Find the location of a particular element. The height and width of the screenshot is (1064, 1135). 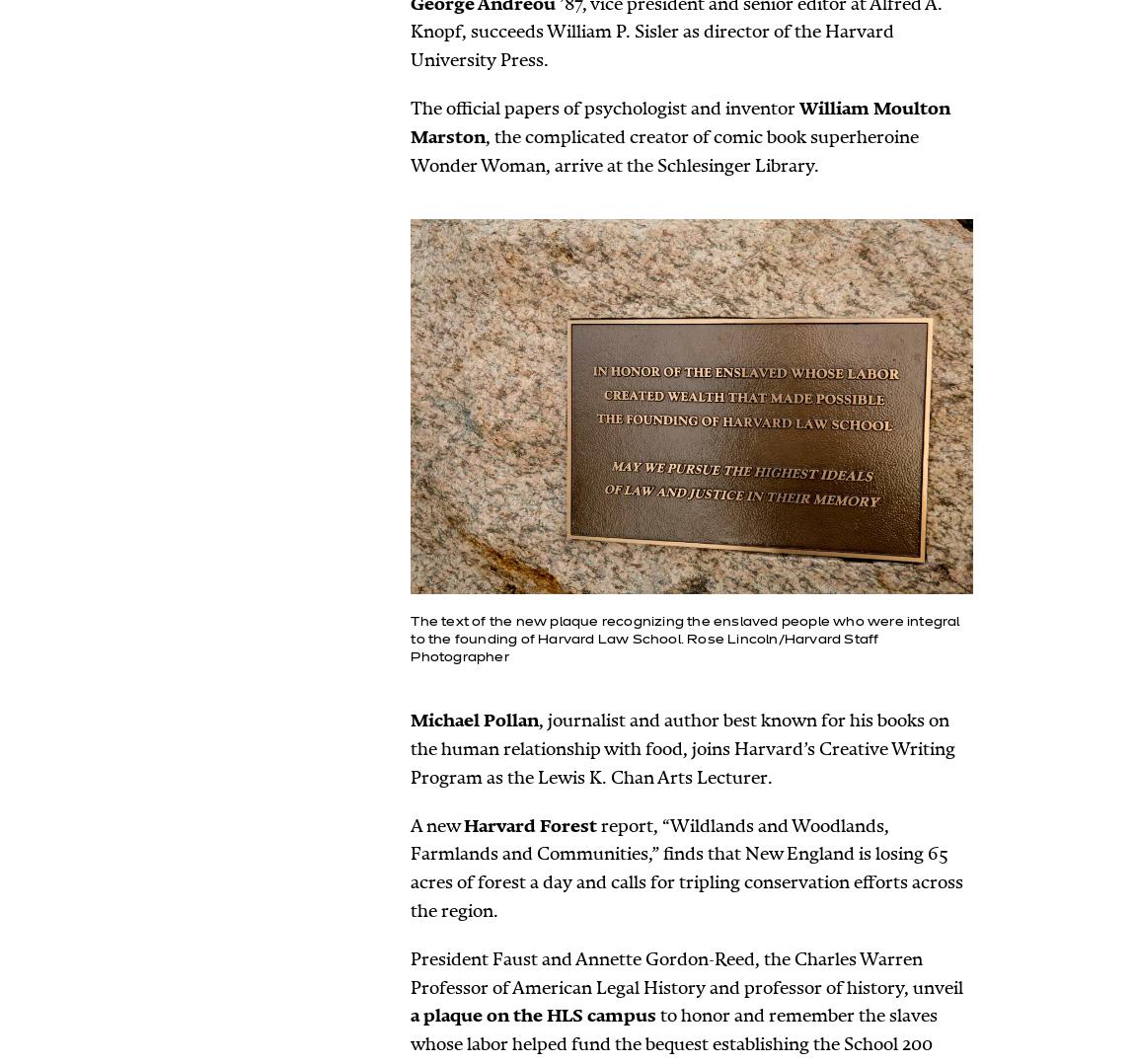

', the complicated creator of comic book superheroine Wonder Woman, arrive at the Schlesinger Library.' is located at coordinates (410, 150).